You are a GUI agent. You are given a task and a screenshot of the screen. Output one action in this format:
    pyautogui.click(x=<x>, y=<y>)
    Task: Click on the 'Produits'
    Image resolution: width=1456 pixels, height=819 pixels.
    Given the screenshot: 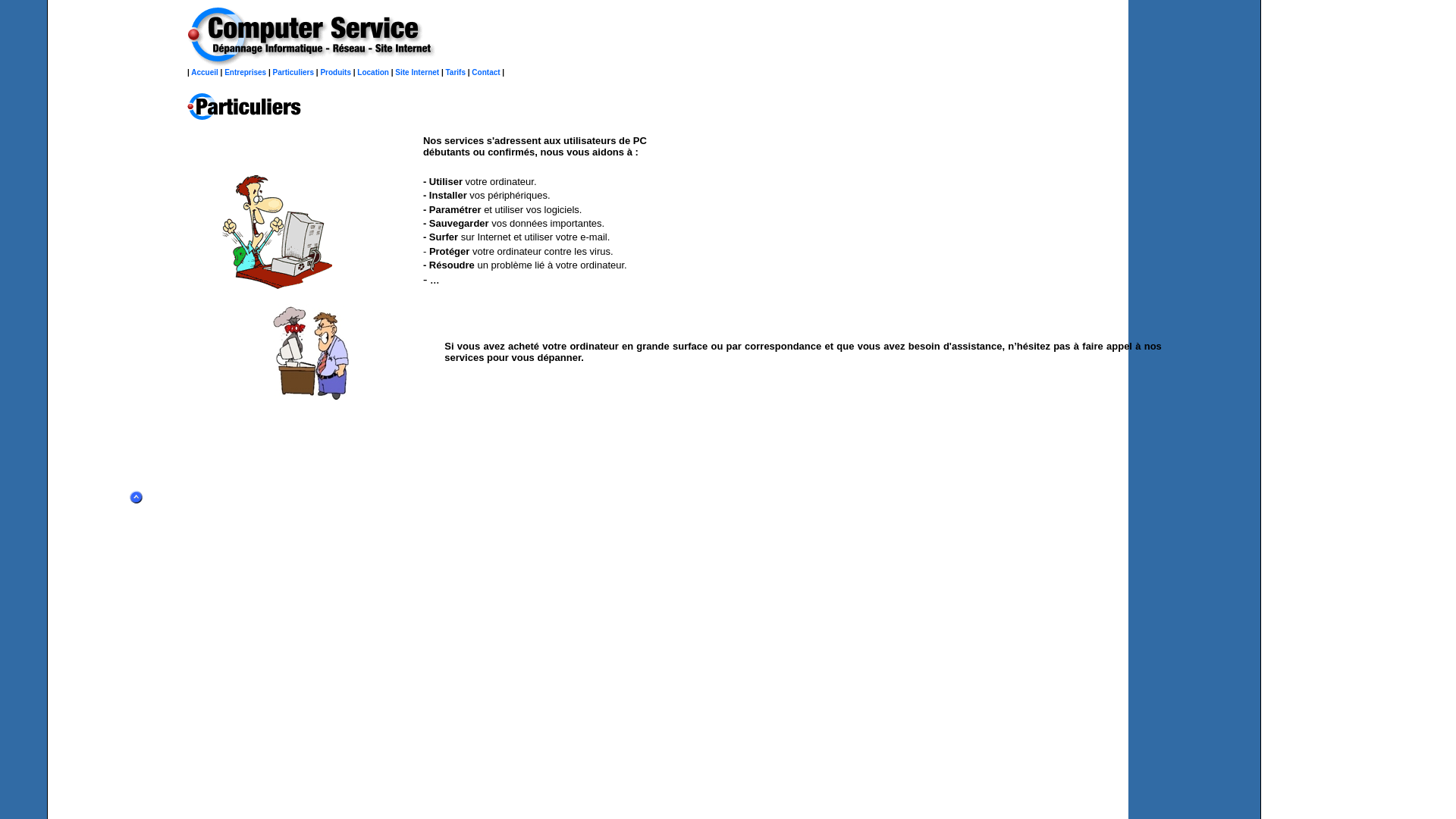 What is the action you would take?
    pyautogui.click(x=334, y=72)
    